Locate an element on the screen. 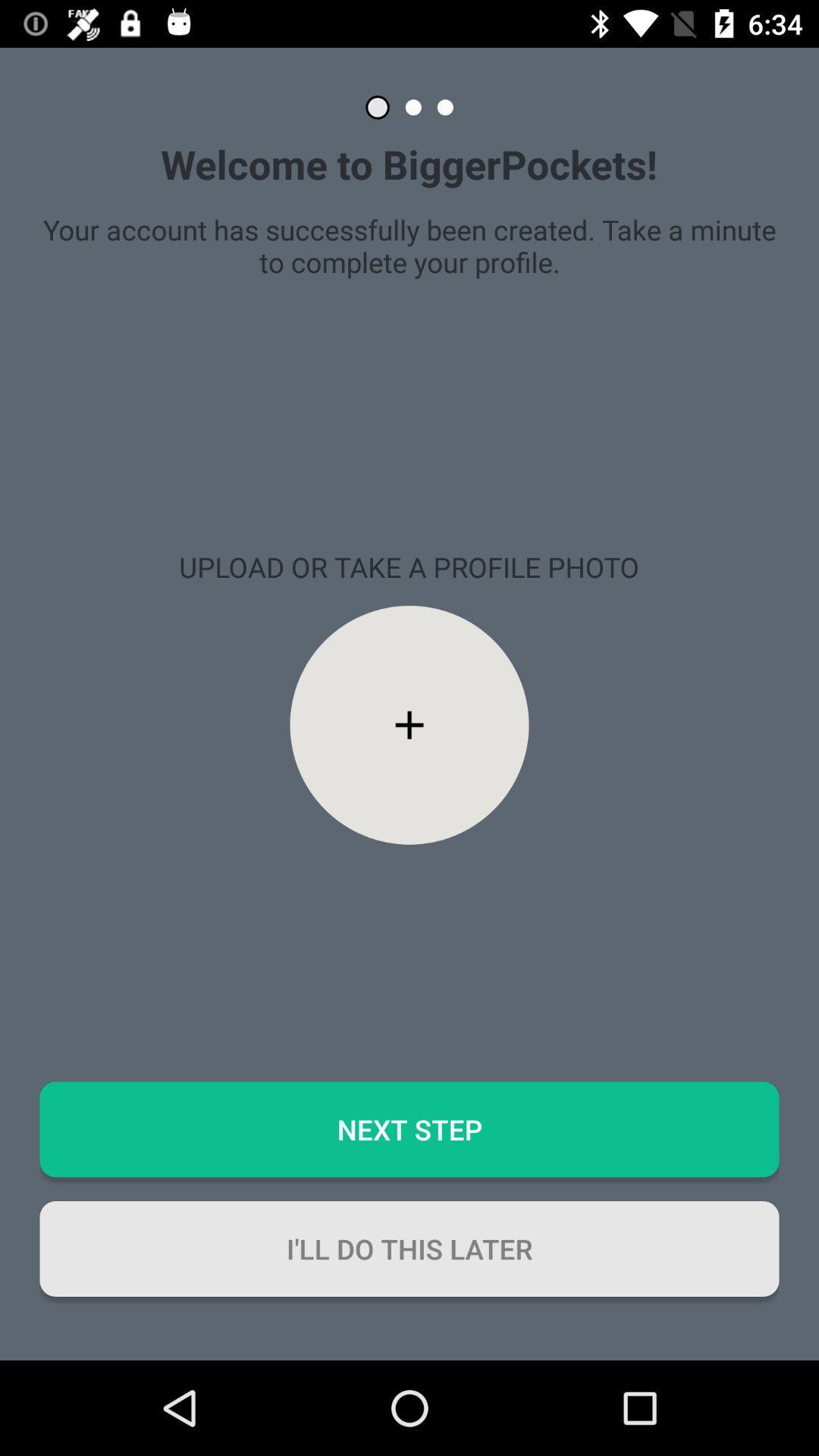 Image resolution: width=819 pixels, height=1456 pixels. item below next step item is located at coordinates (409, 1248).